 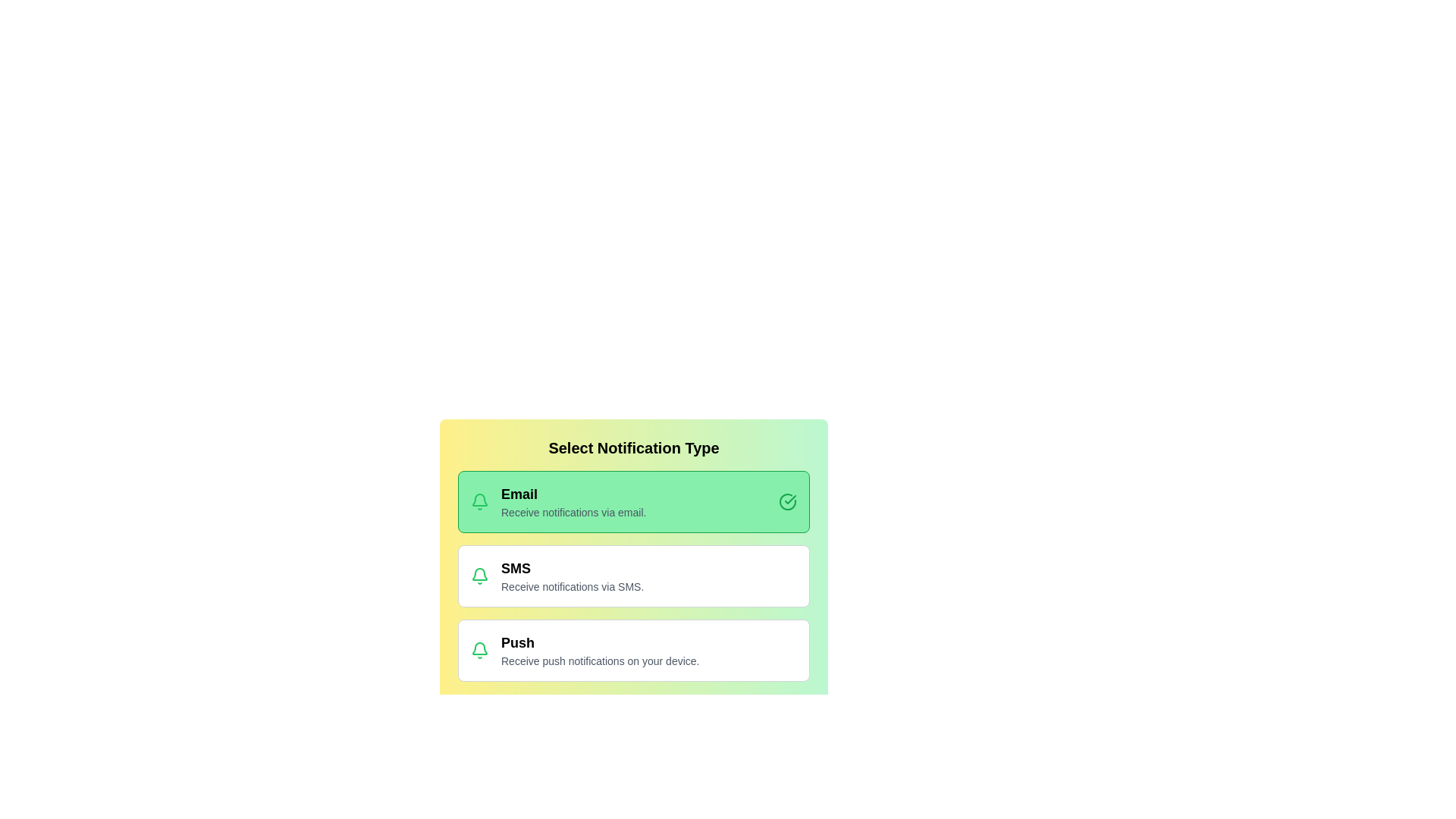 What do you see at coordinates (633, 502) in the screenshot?
I see `the notification type selector button labeled 'Email' for keyboard navigation` at bounding box center [633, 502].